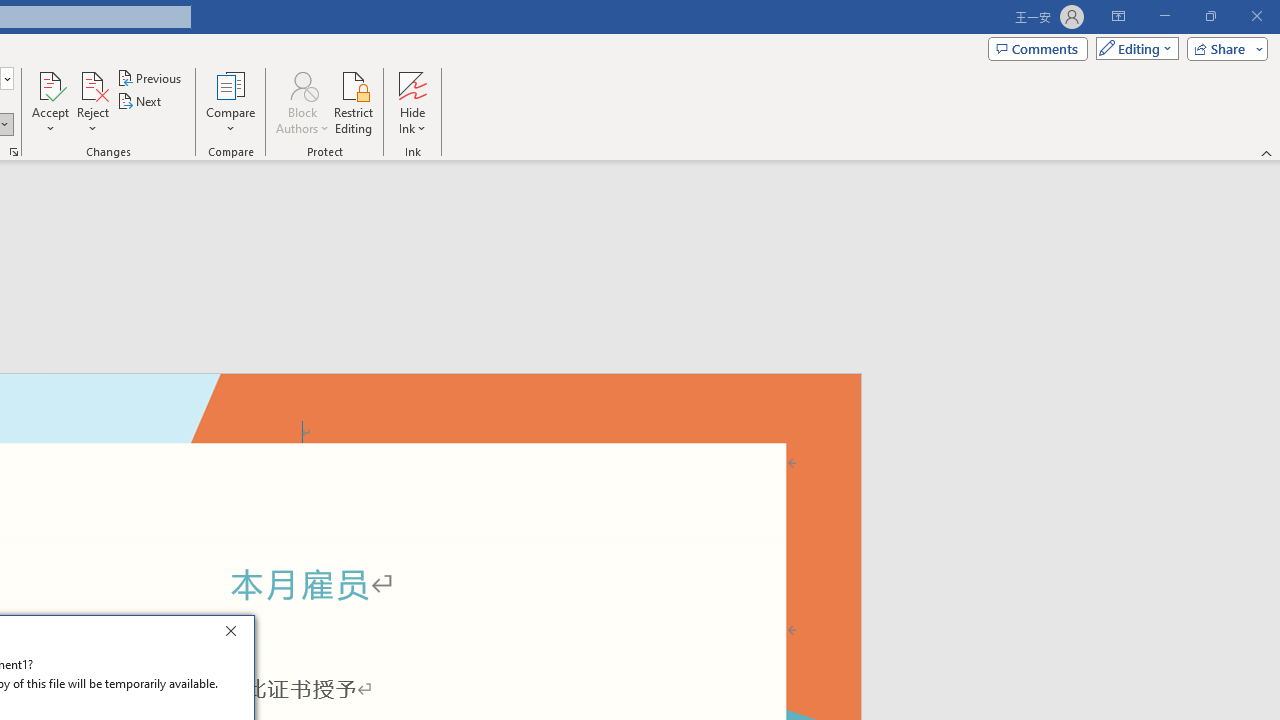 Image resolution: width=1280 pixels, height=720 pixels. What do you see at coordinates (1117, 16) in the screenshot?
I see `'Ribbon Display Options'` at bounding box center [1117, 16].